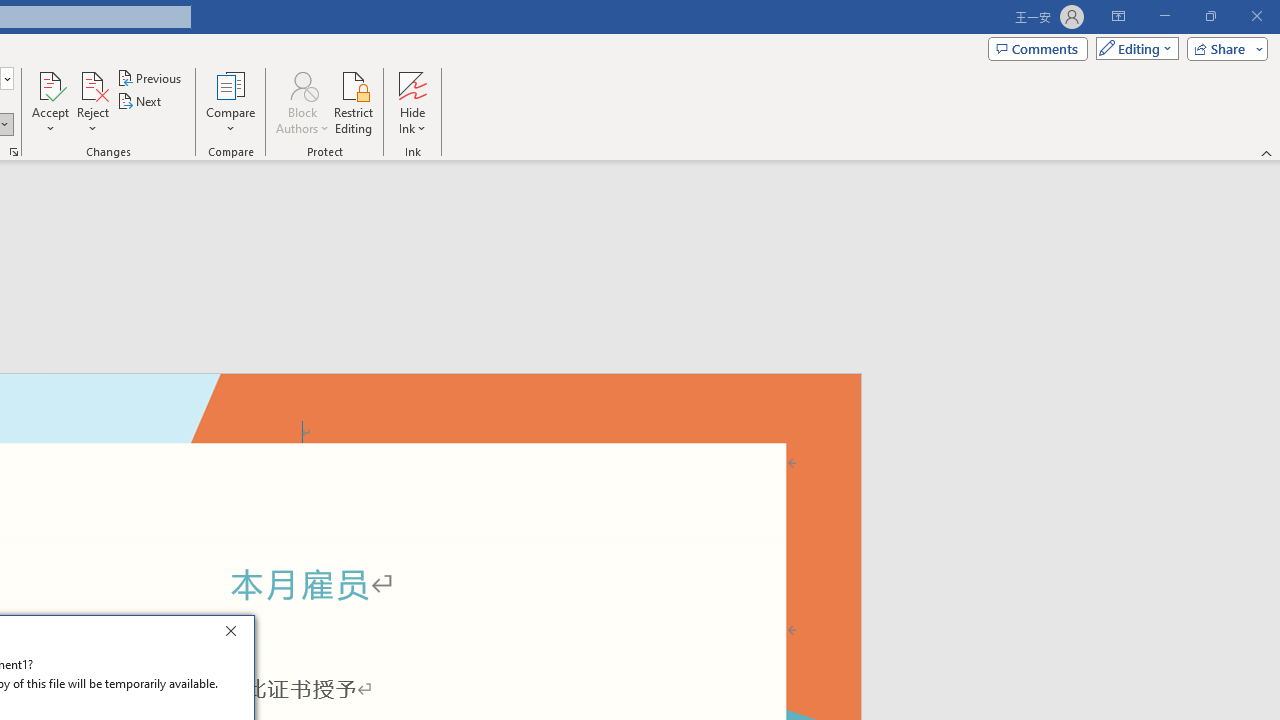 Image resolution: width=1280 pixels, height=720 pixels. What do you see at coordinates (1117, 16) in the screenshot?
I see `'Ribbon Display Options'` at bounding box center [1117, 16].